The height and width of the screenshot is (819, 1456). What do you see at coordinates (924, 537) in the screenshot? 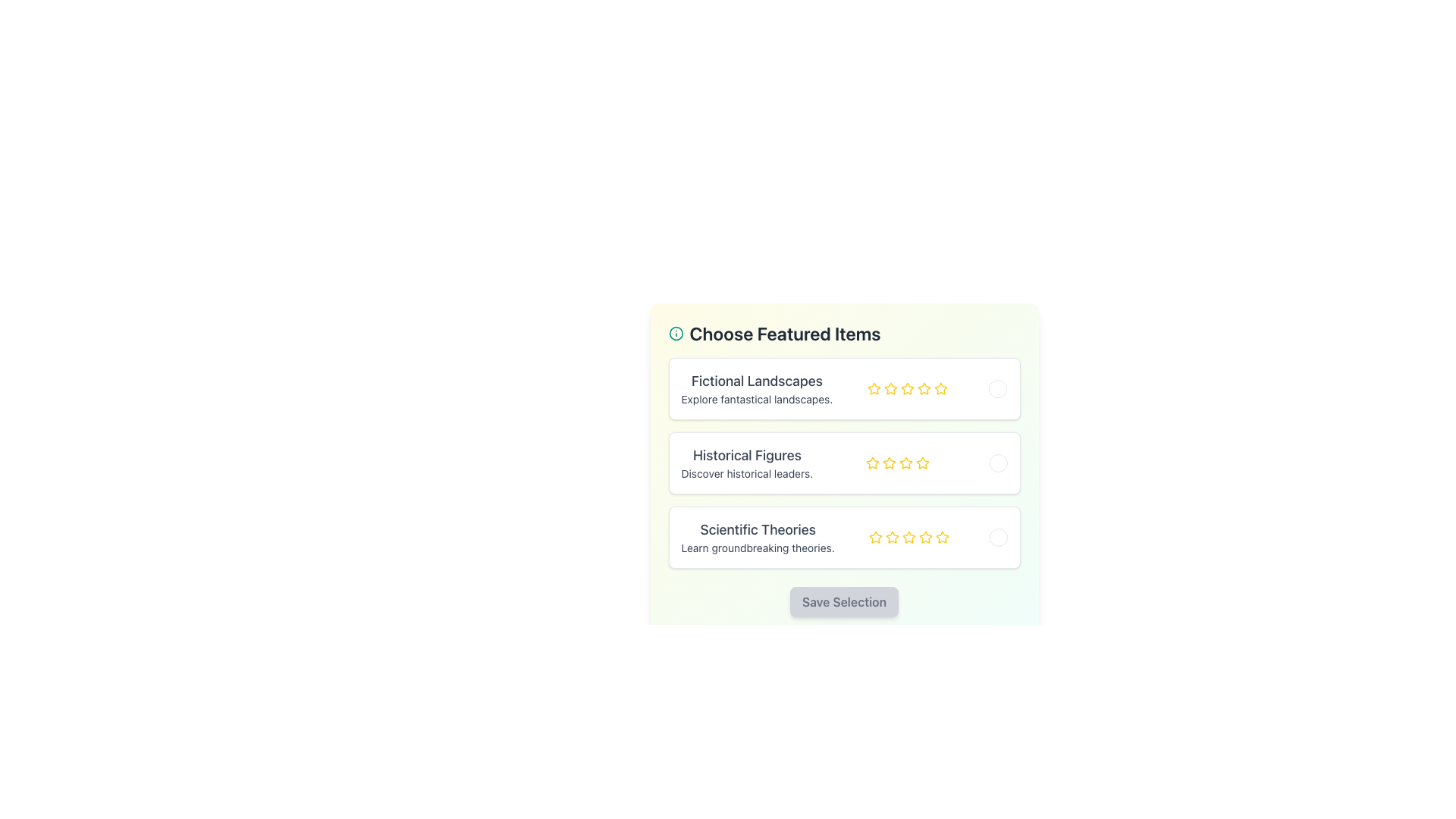
I see `the fifth star in the star-rating system for the 'Scientific Theories' entry in the 'Choose Featured Items' section to rate it` at bounding box center [924, 537].